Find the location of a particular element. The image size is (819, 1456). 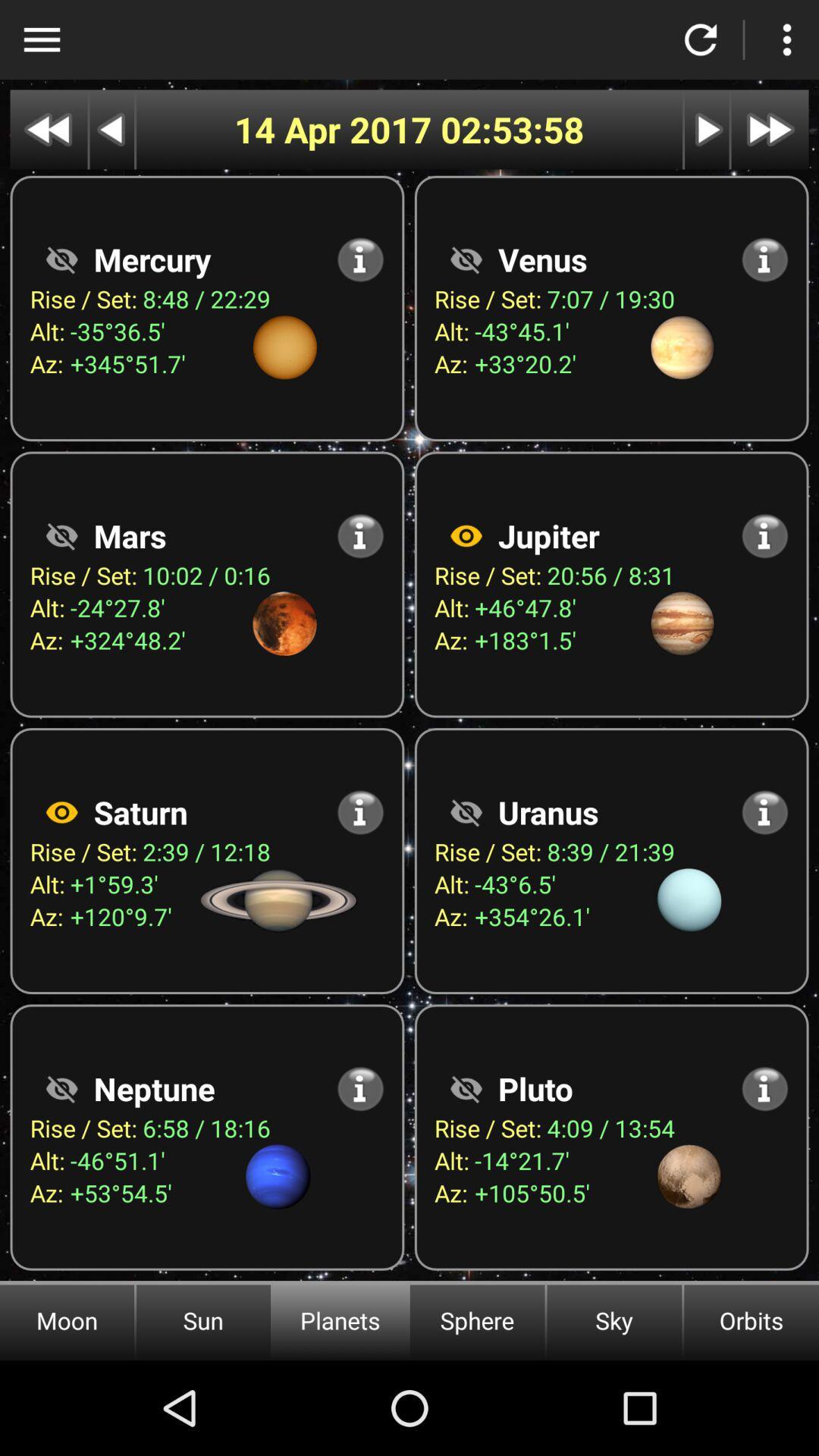

previous day link is located at coordinates (111, 130).